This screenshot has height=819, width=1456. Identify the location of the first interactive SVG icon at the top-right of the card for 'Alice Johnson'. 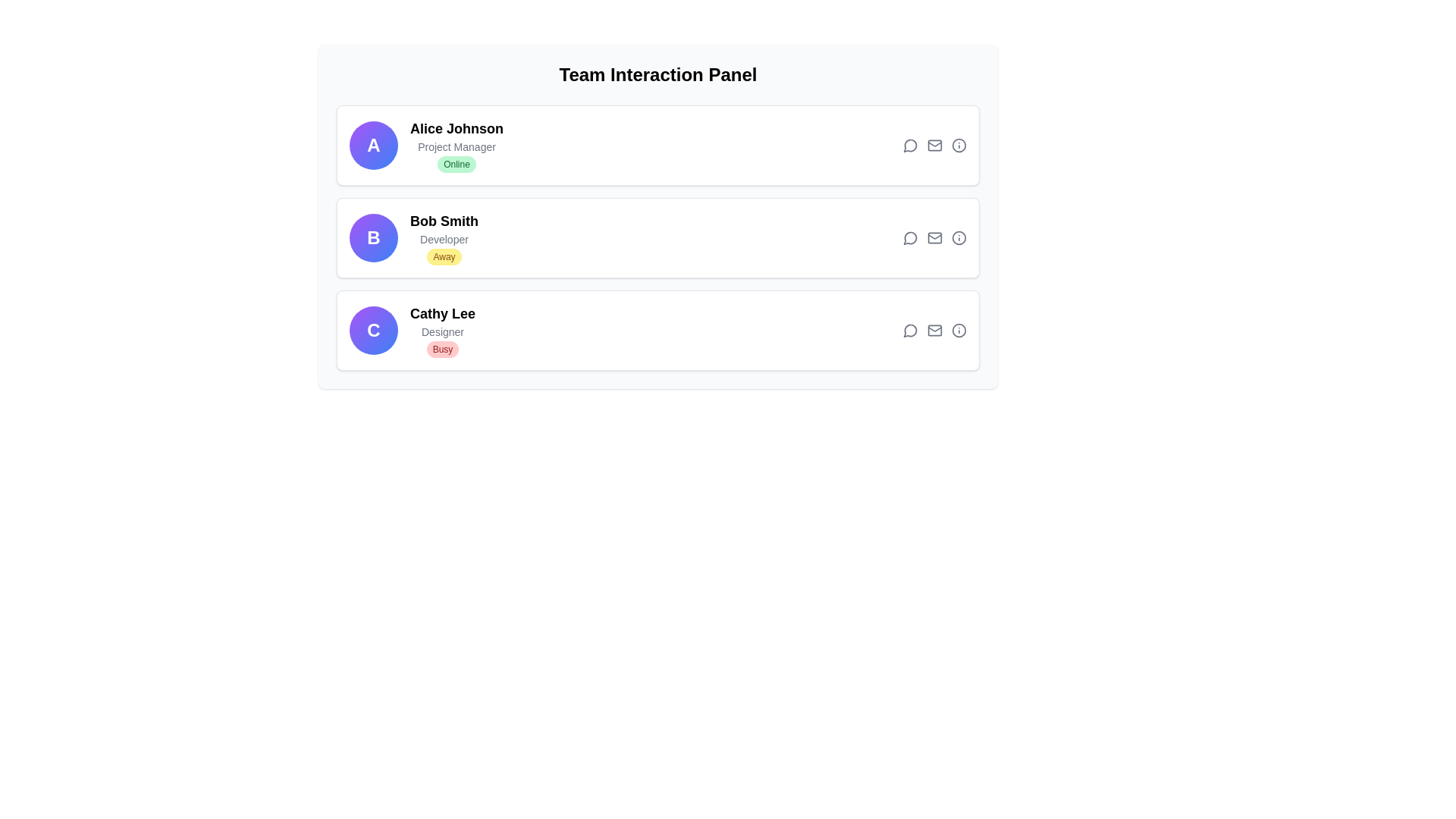
(910, 146).